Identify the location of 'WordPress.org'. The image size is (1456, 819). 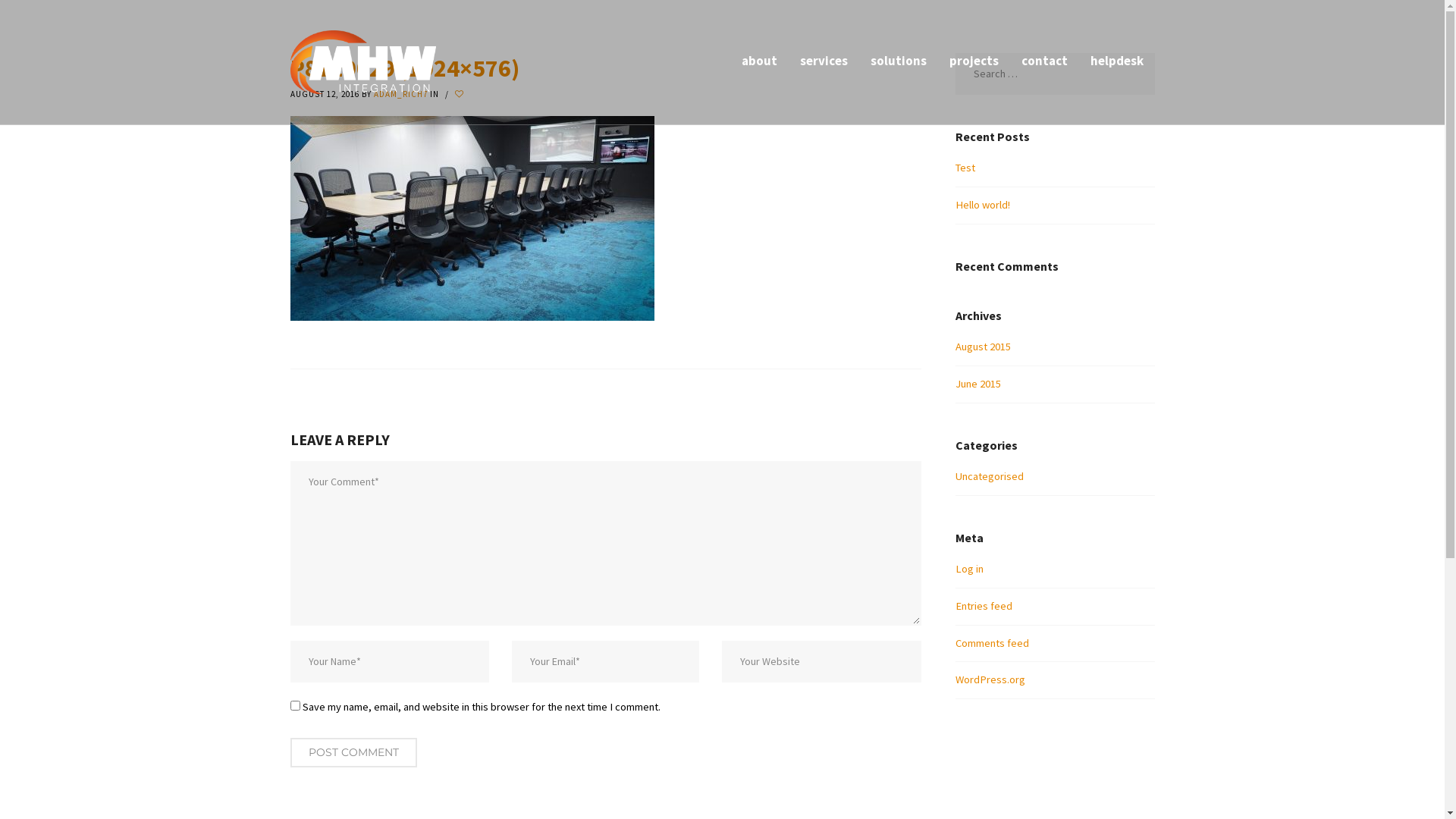
(954, 678).